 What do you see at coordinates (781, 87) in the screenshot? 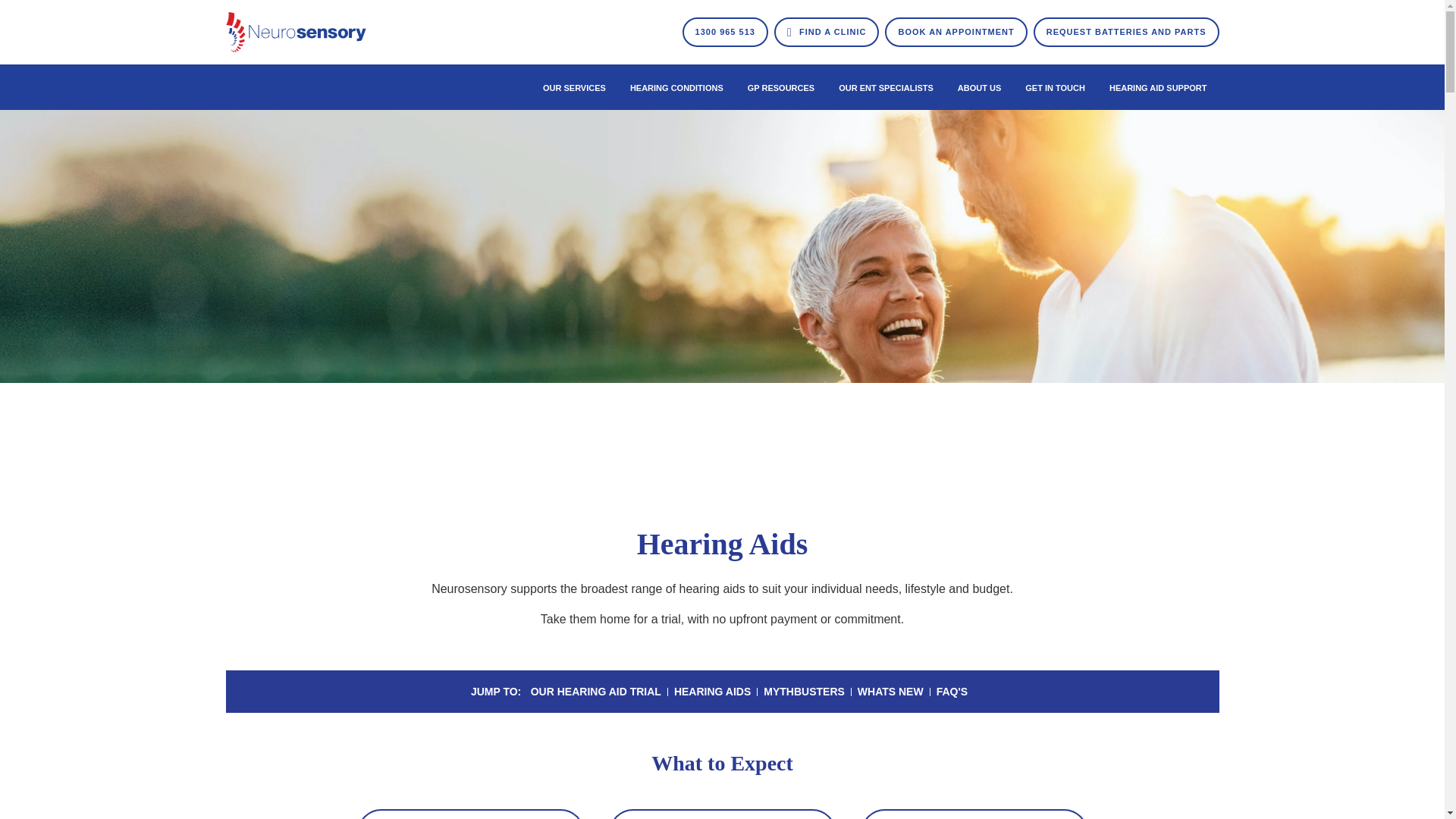
I see `'GP RESOURCES'` at bounding box center [781, 87].